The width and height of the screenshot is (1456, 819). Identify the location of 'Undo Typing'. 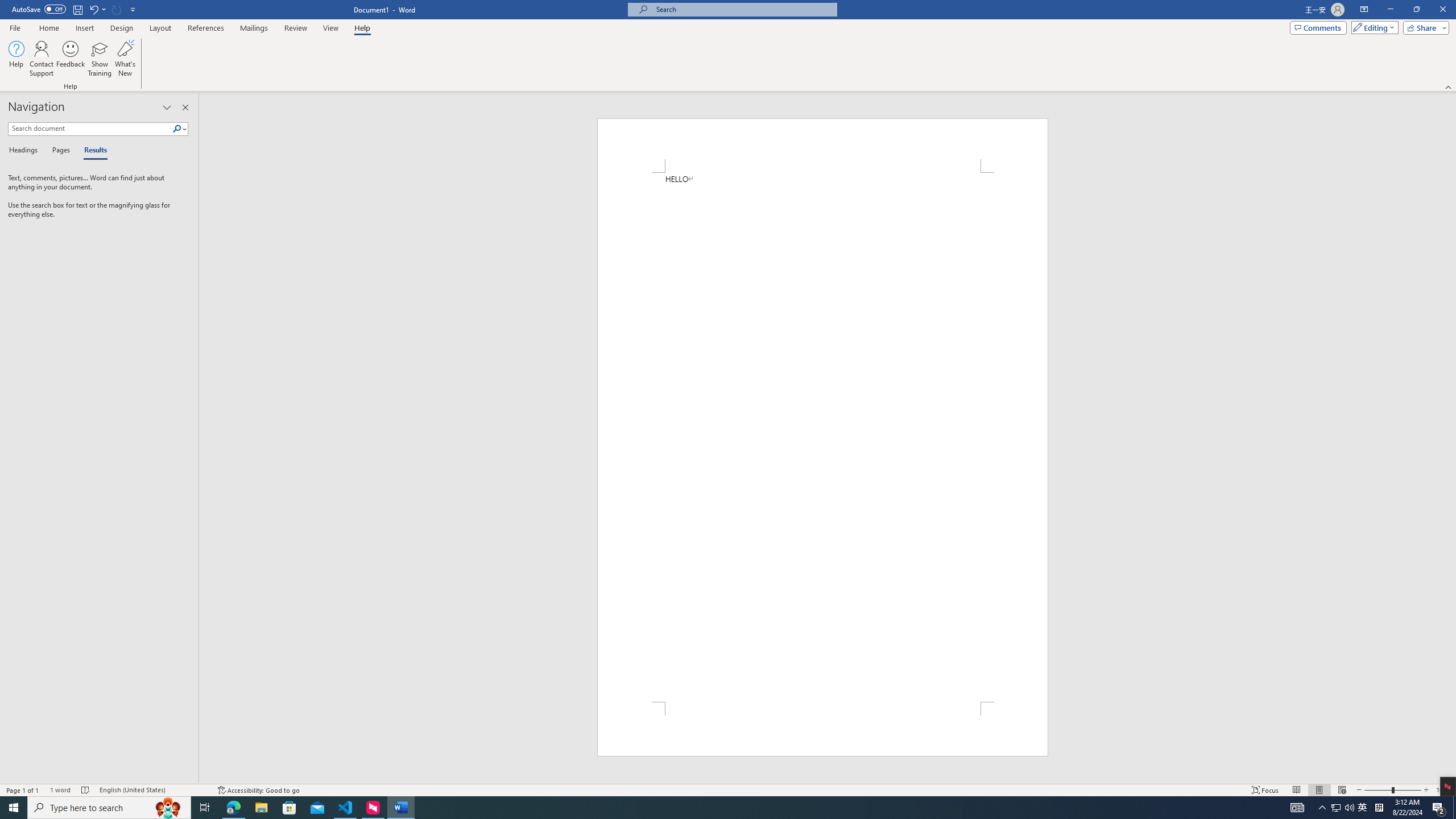
(93, 9).